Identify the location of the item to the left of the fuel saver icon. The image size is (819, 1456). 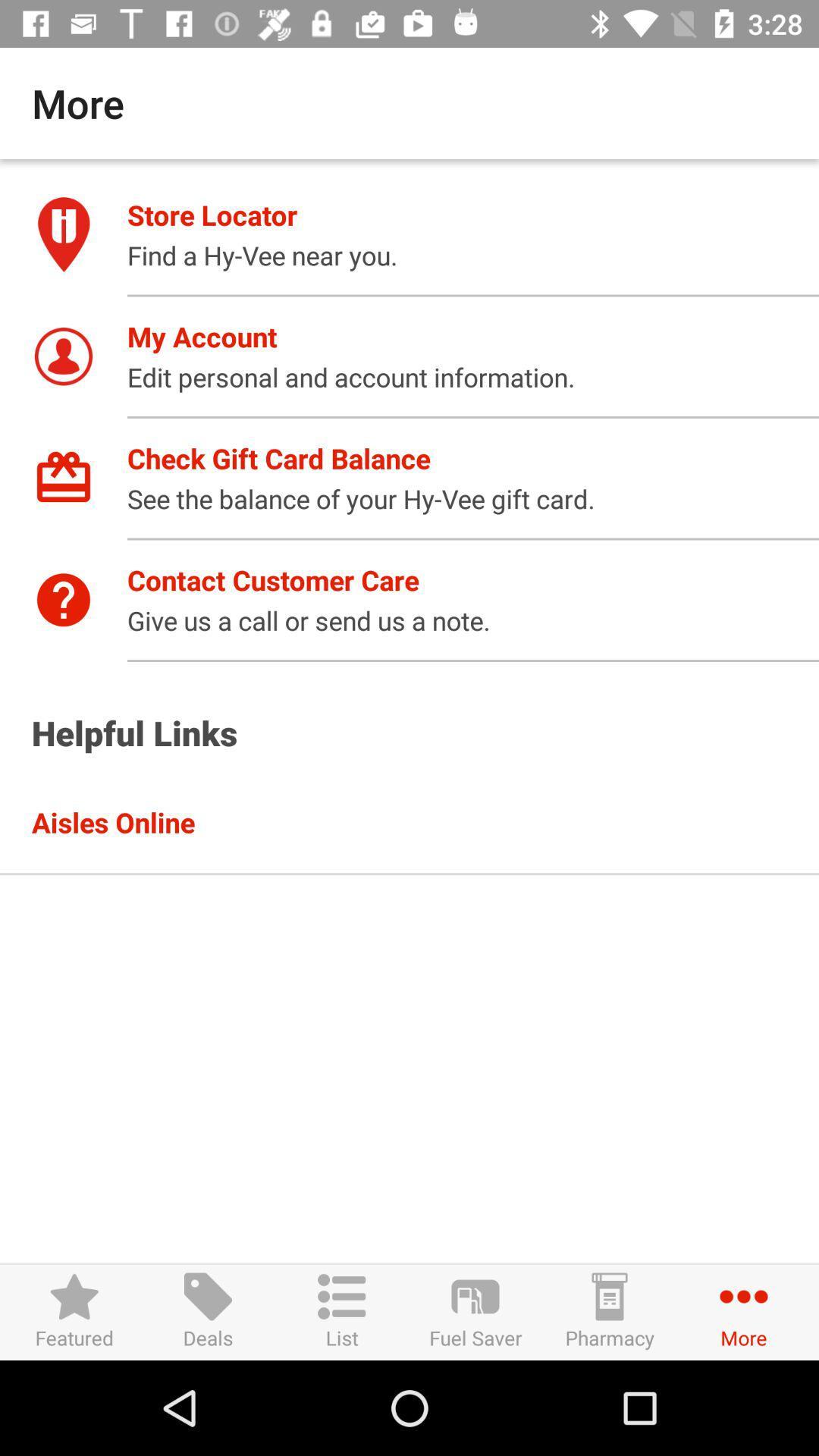
(342, 1311).